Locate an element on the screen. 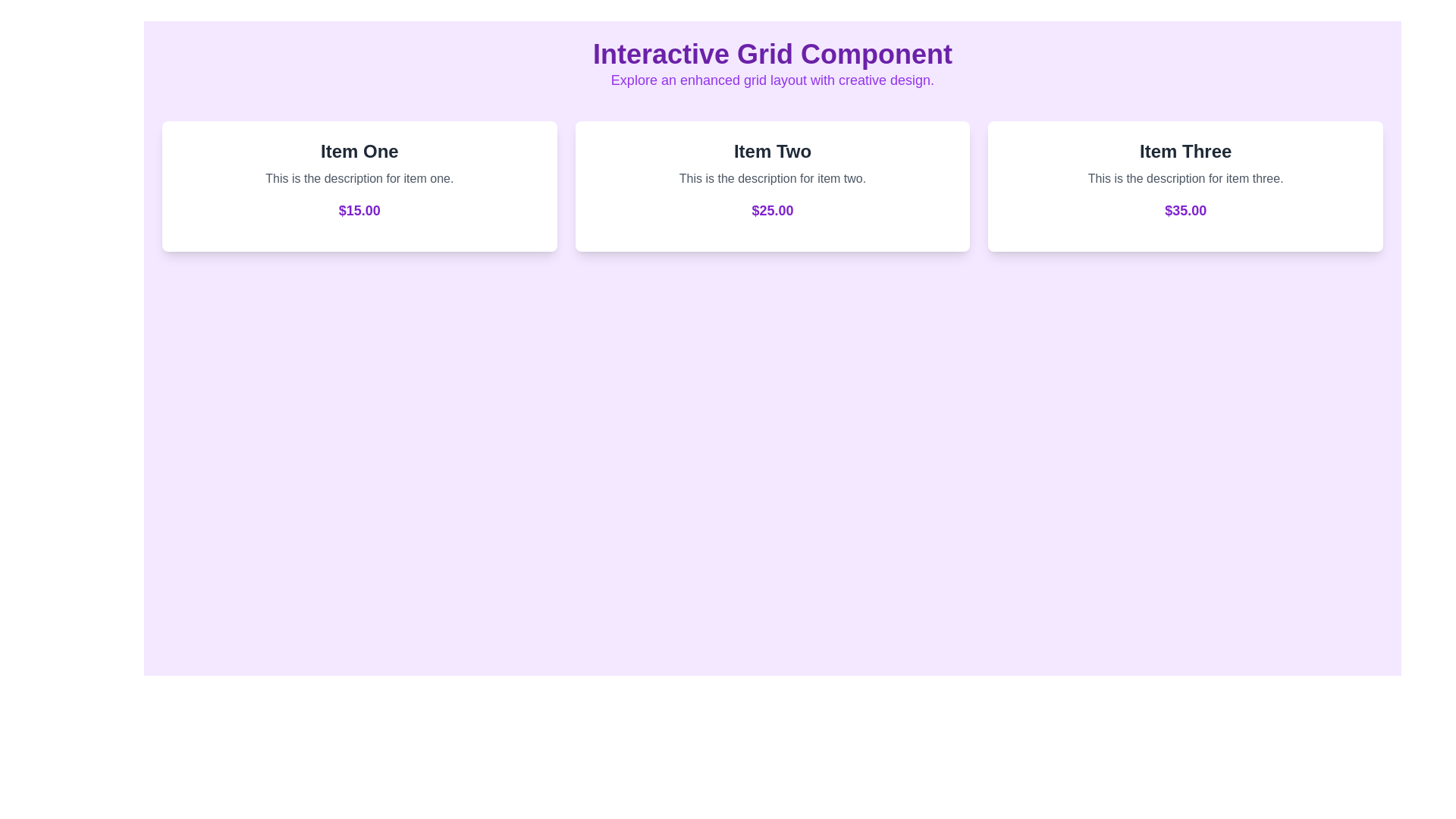  text label providing additional details about 'Item Three', which is positioned under the title and above the price in the rightmost card of a three-card layout is located at coordinates (1185, 177).